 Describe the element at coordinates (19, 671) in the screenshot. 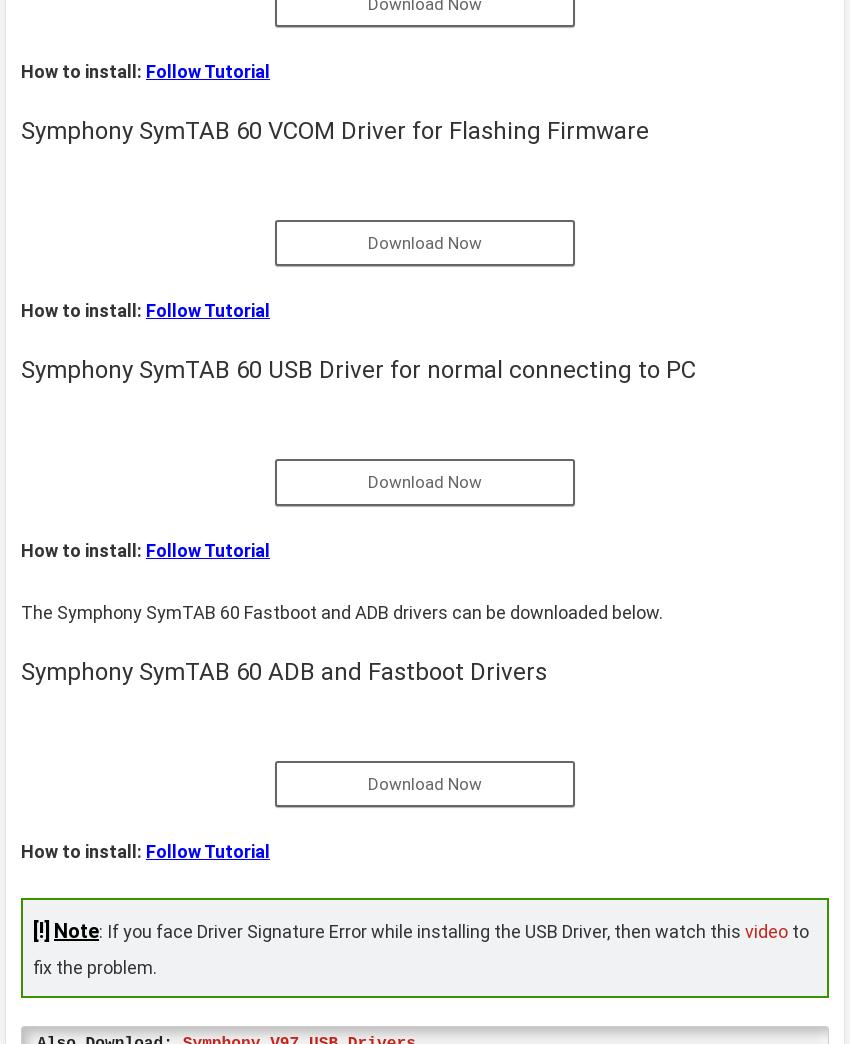

I see `'Symphony SymTAB 60 ADB and Fastboot Drivers'` at that location.